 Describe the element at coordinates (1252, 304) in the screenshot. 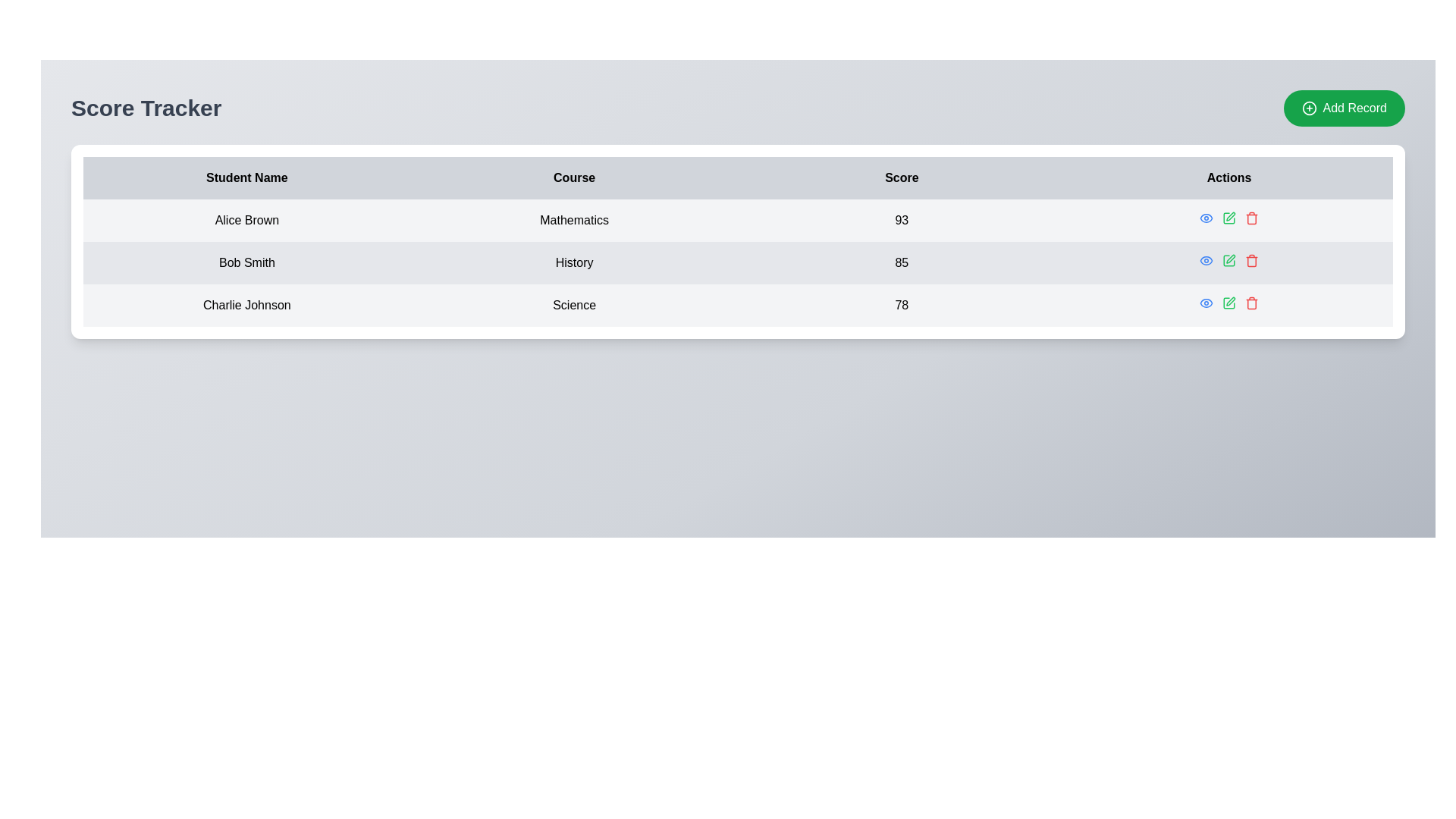

I see `the trash can icon representing the delete action for 'Charlie Johnson'` at that location.